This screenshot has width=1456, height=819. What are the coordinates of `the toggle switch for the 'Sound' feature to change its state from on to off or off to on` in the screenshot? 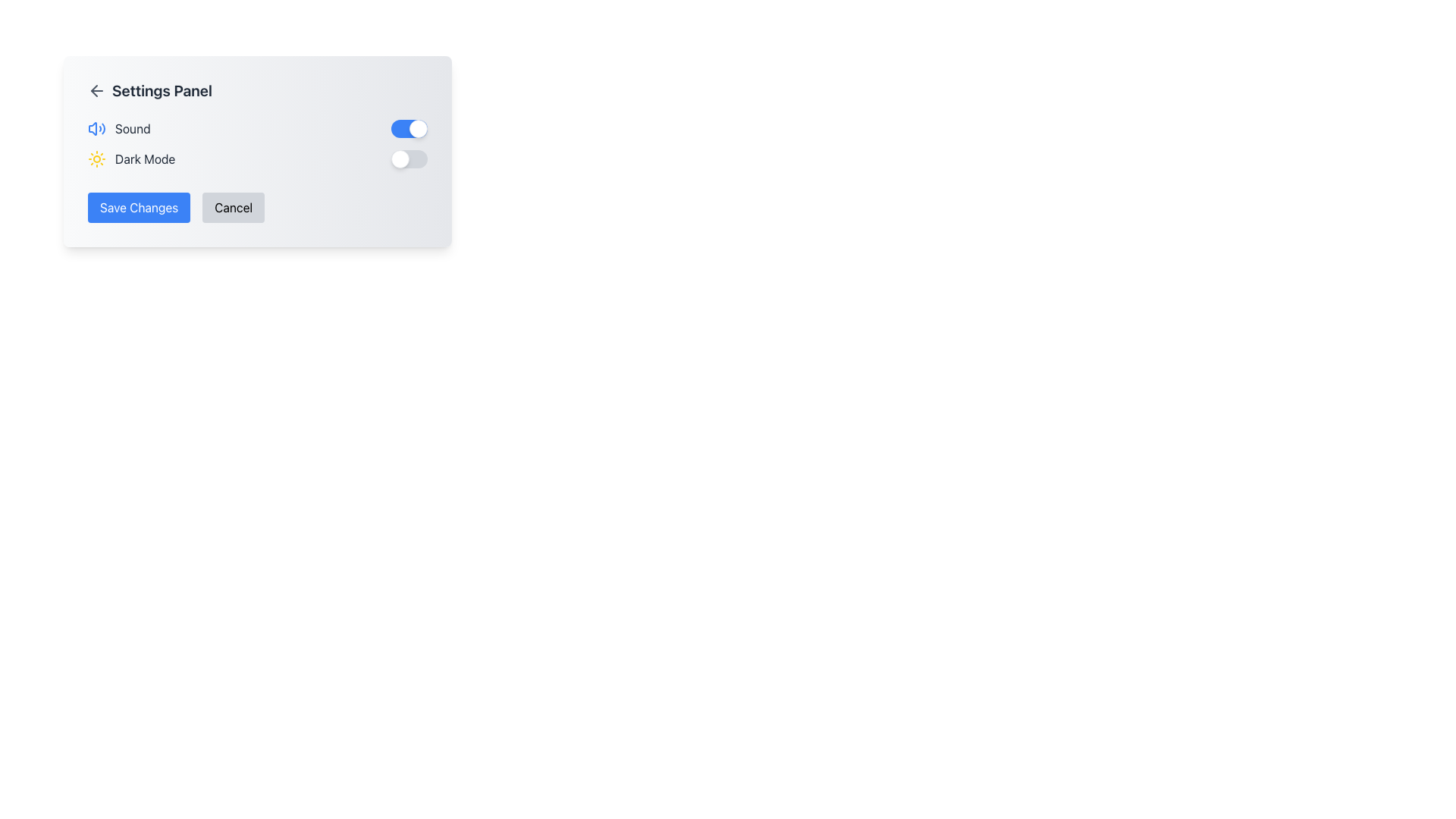 It's located at (409, 127).